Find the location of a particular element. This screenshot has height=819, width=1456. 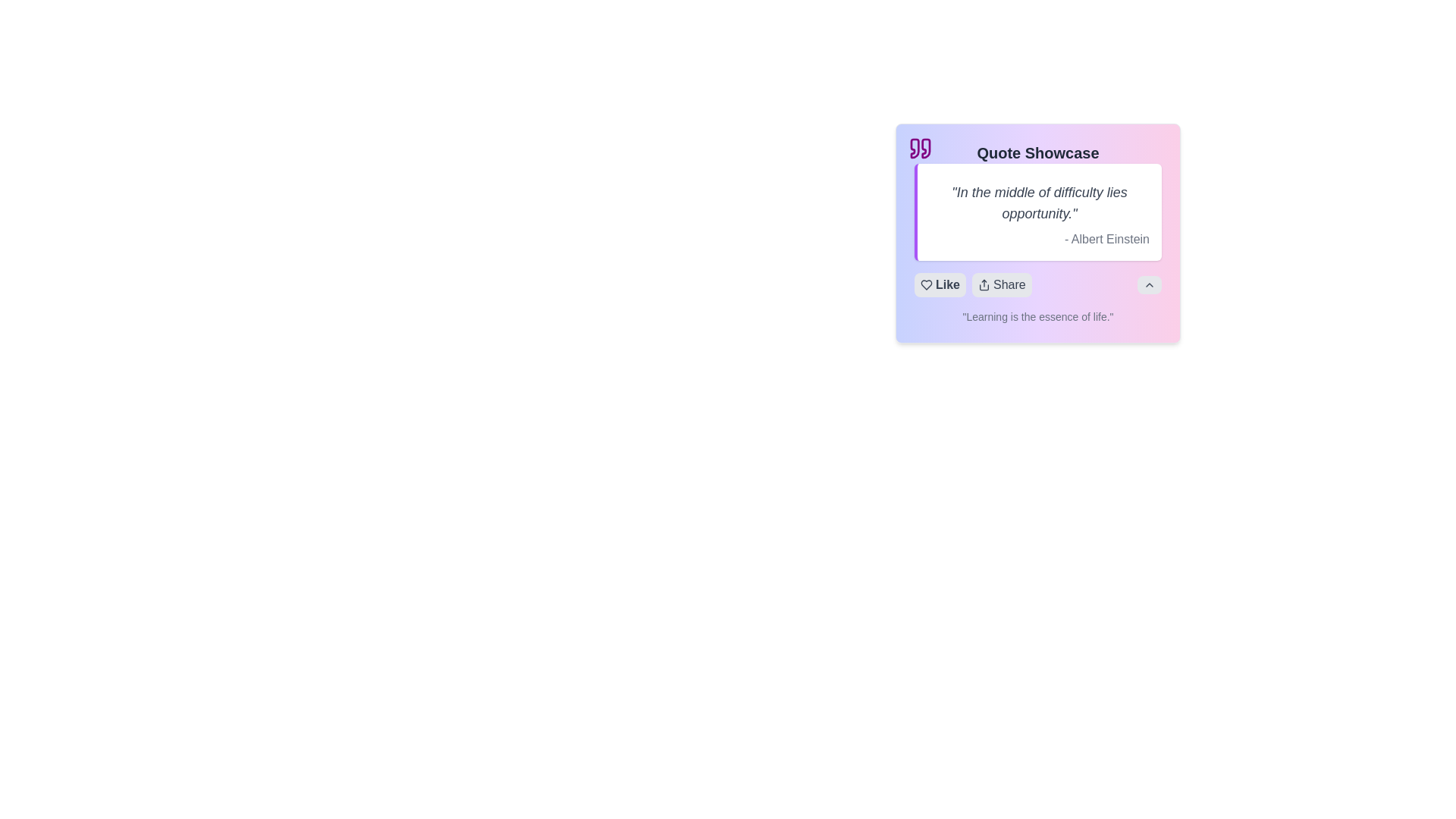

the small, square-like button with rounded corners featuring an upward chevron icon is located at coordinates (1150, 284).